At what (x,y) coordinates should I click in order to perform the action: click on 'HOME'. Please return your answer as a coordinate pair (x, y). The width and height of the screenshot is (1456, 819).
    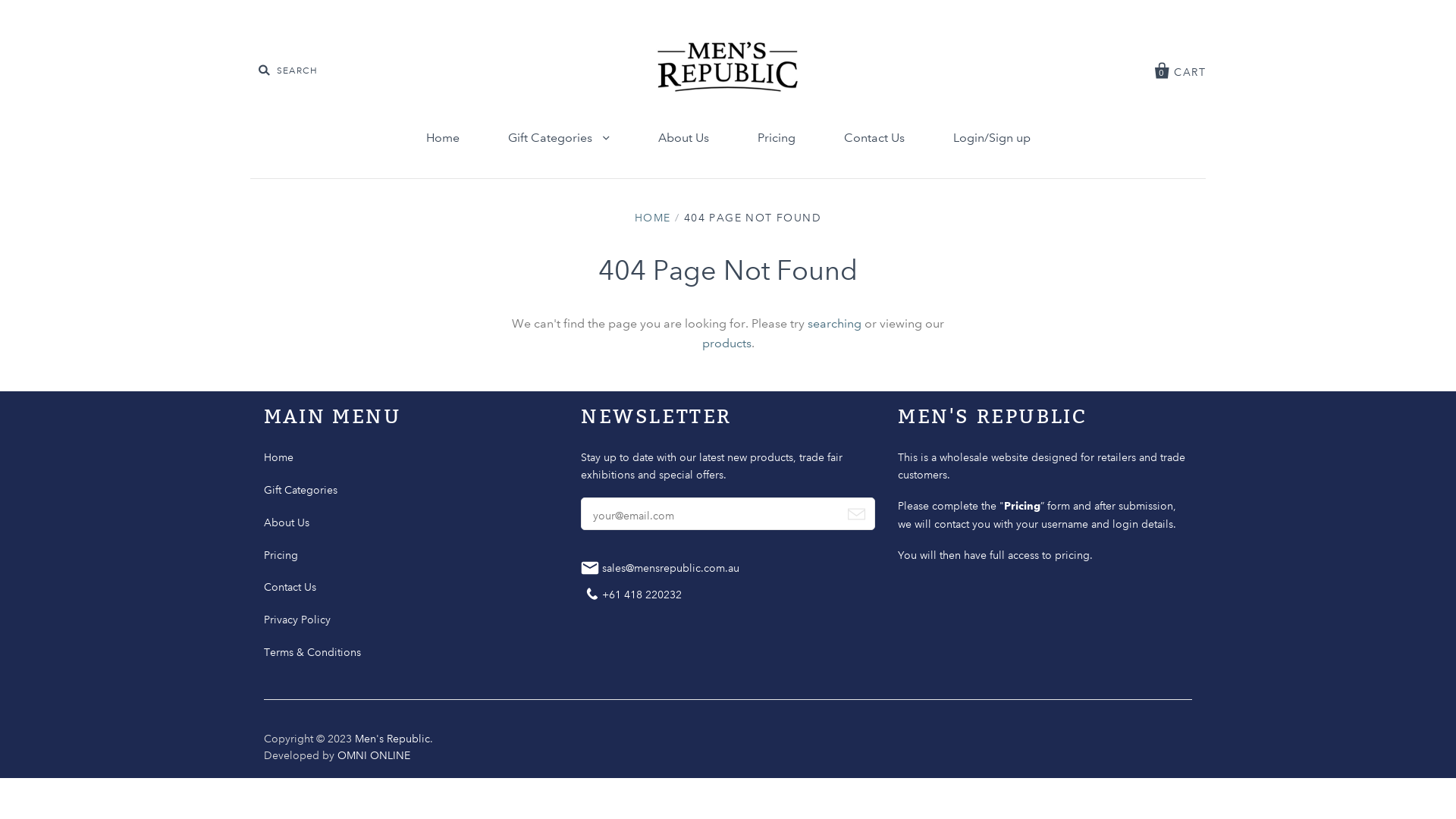
    Looking at the image, I should click on (634, 217).